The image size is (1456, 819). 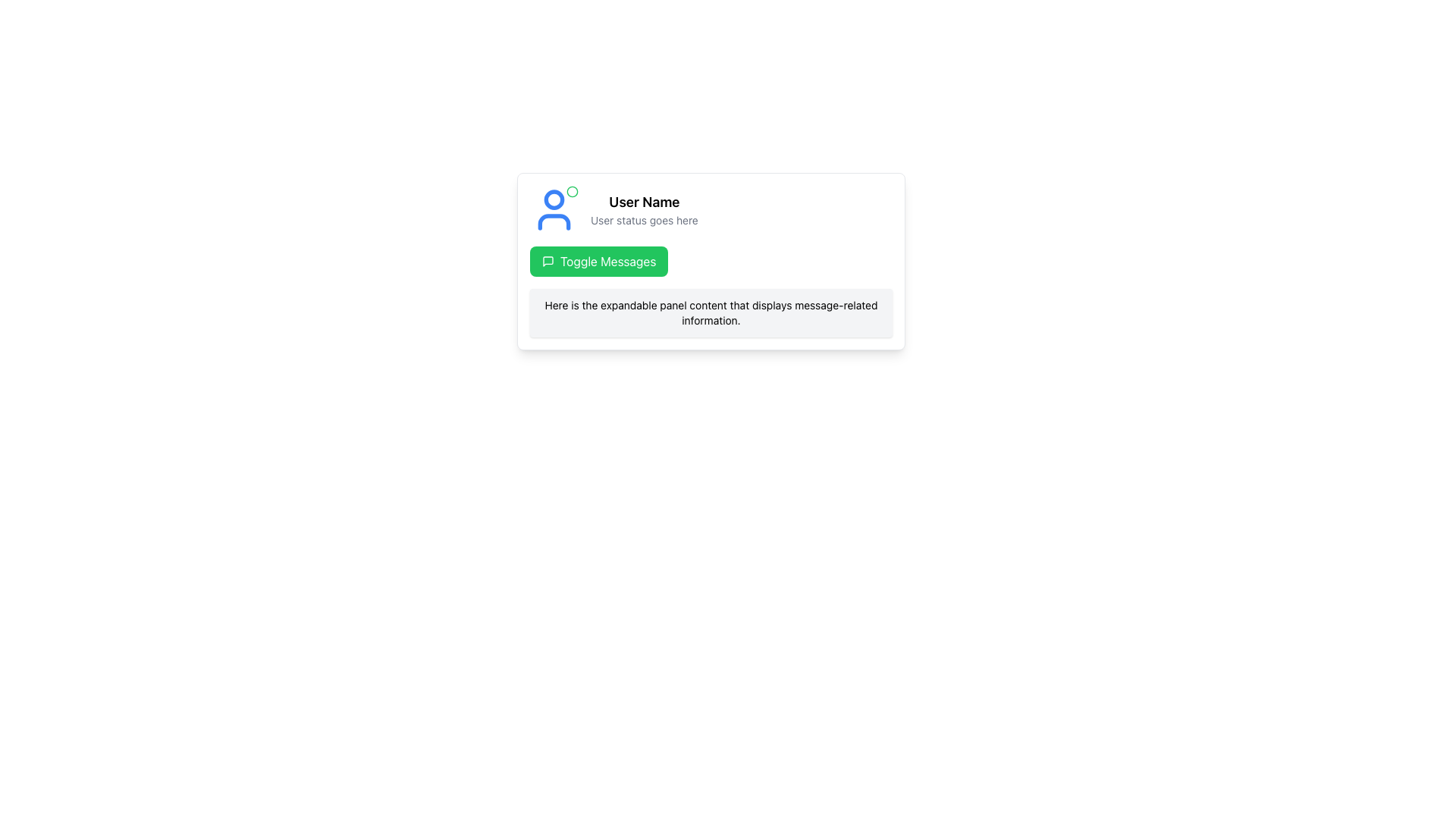 What do you see at coordinates (710, 210) in the screenshot?
I see `the Profile Display Component which features a blue circular avatar, a green circle at the top-right, and displays 'User Name' in bold black font with 'User status goes here' below it` at bounding box center [710, 210].